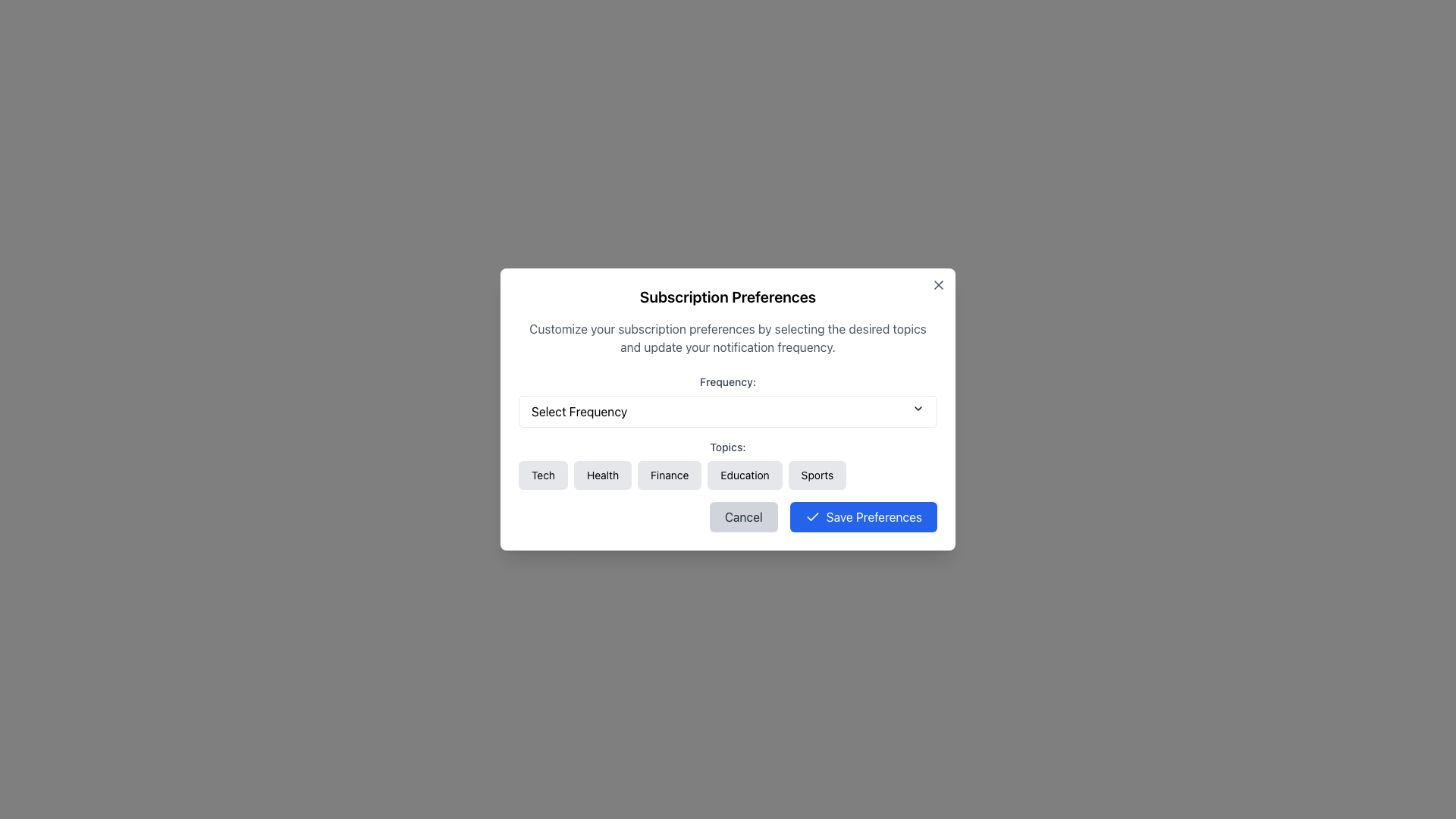 This screenshot has height=819, width=1456. What do you see at coordinates (811, 516) in the screenshot?
I see `the checkmark icon within the 'Save Preferences' button, which is styled with a white rounded stroke on a blue background, located at the bottom-right corner of the modal dialog box` at bounding box center [811, 516].